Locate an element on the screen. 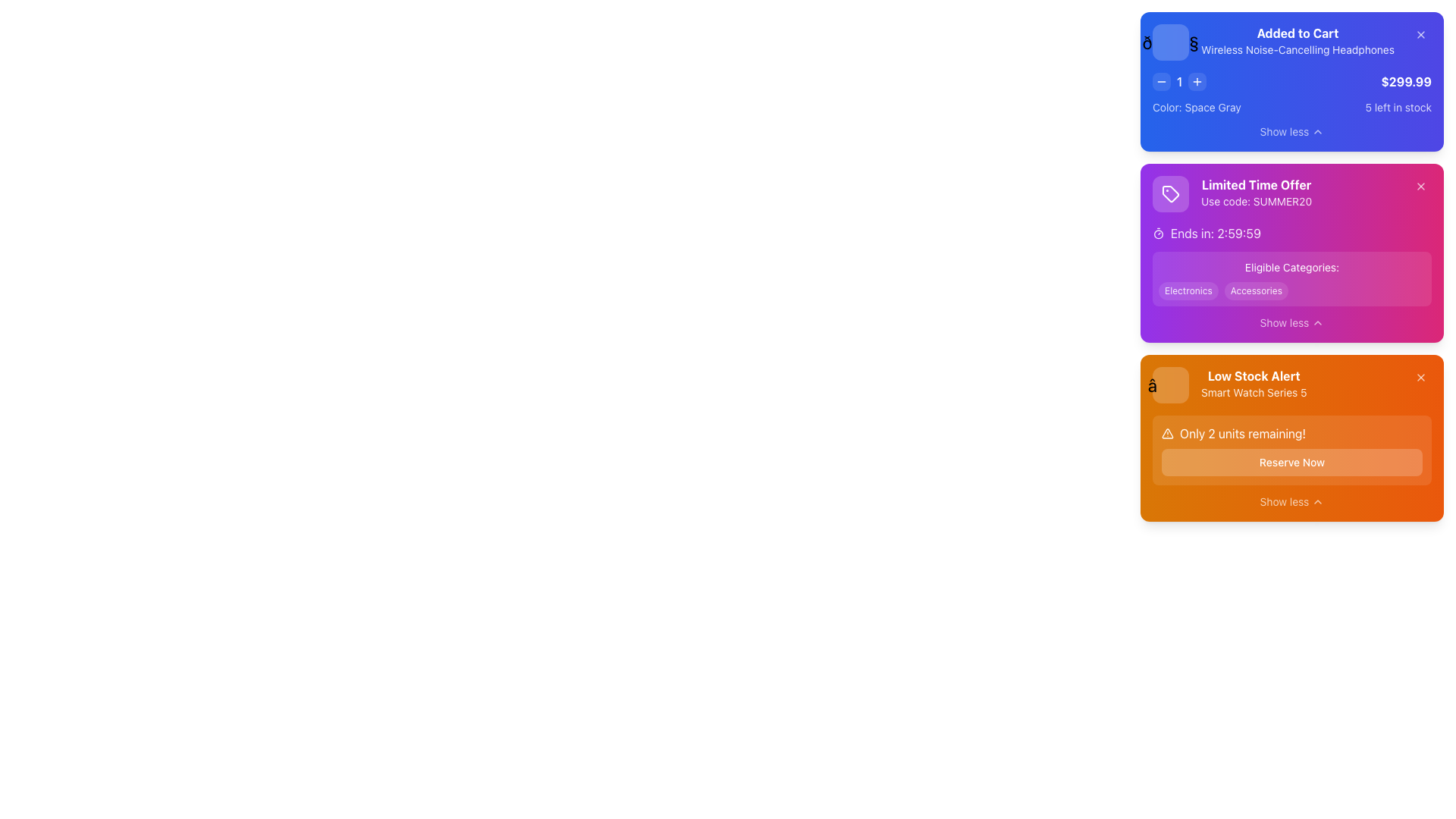 The width and height of the screenshot is (1456, 819). the toggle button at the bottom of the orange panel titled 'Low Stock Alert' for 'Smart Watch Series 5' is located at coordinates (1291, 502).